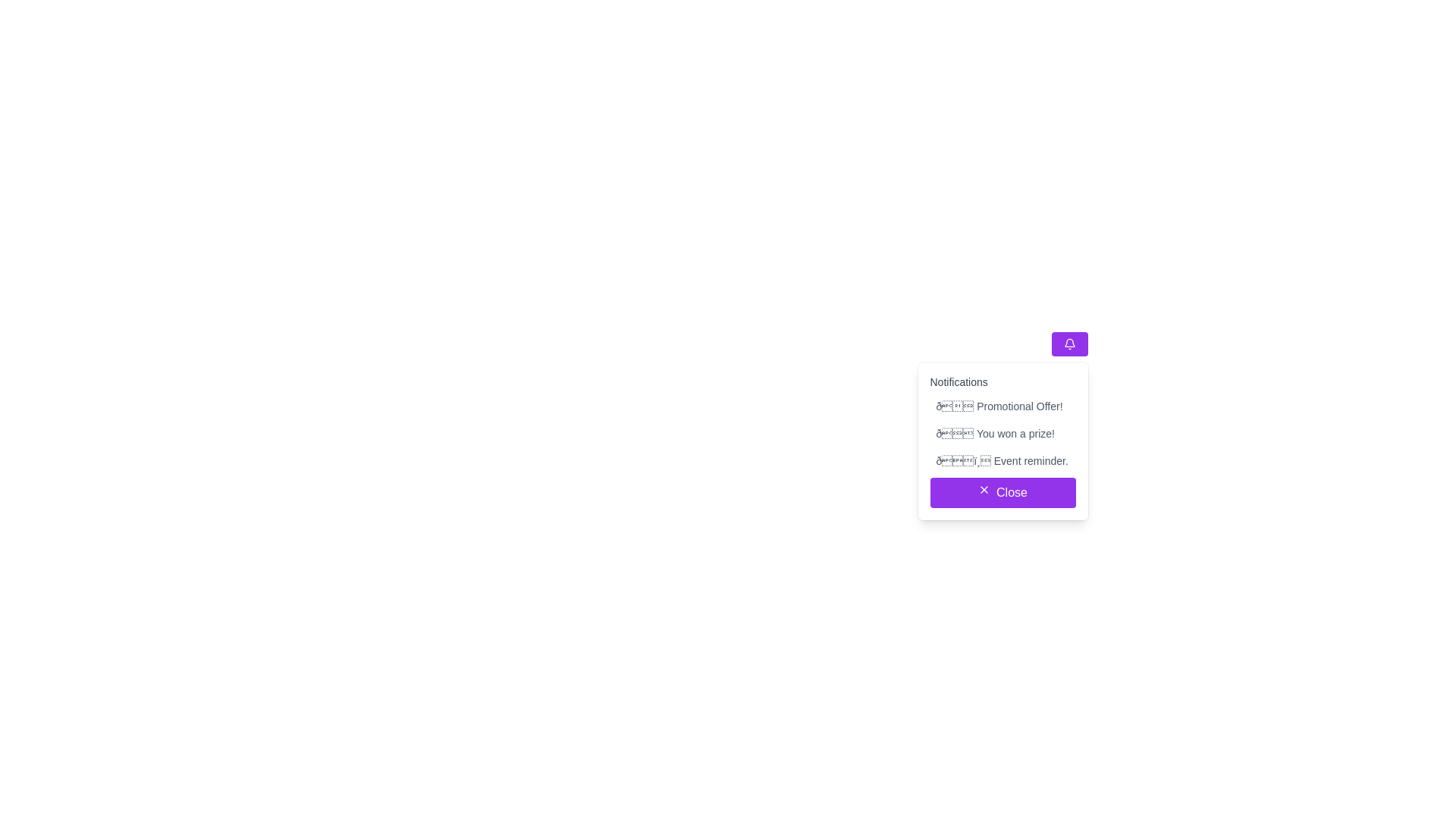  I want to click on the notification message text label that displays offers or promotions, which is the first in a vertical list of three items in the notification panel, so click(1003, 406).